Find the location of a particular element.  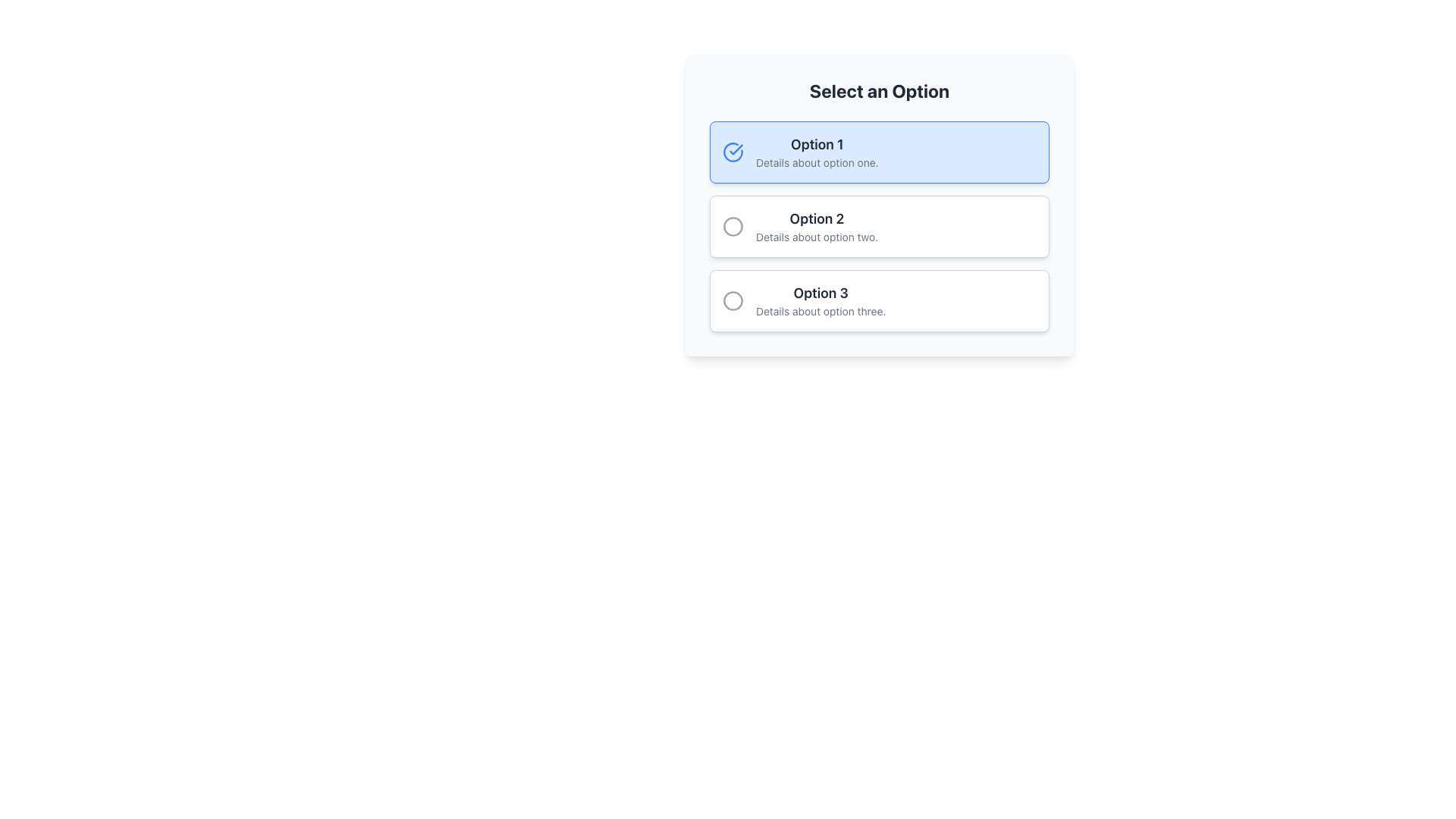

the informational text label located directly below the title 'Option 2' in the second option box is located at coordinates (816, 237).